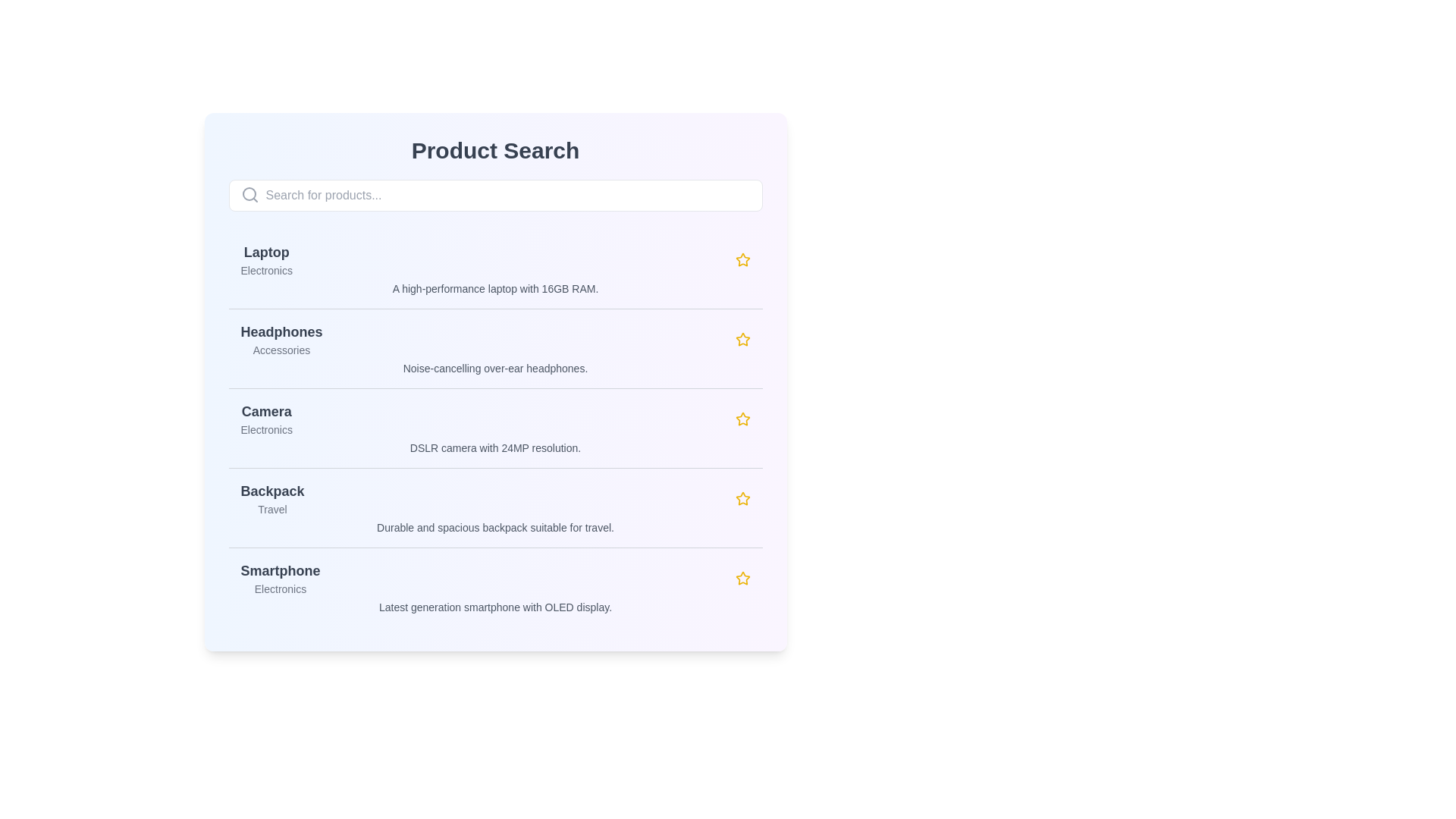  I want to click on the star icon located at the far right of the 'Headphones/Accessories' entry to mark the item as favorite or rate it, so click(742, 338).